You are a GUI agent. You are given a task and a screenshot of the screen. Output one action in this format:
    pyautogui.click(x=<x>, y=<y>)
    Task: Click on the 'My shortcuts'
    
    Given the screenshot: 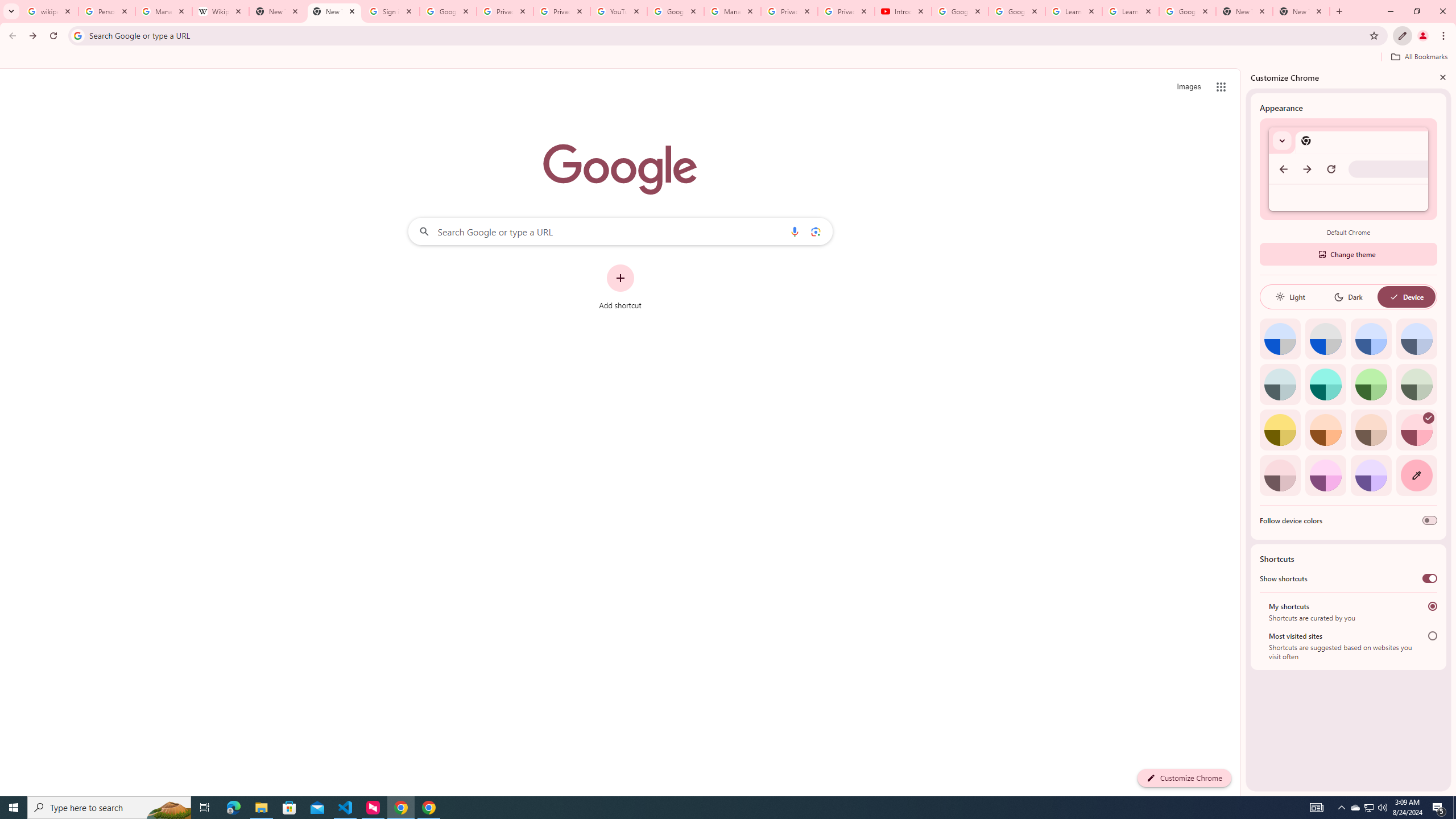 What is the action you would take?
    pyautogui.click(x=1433, y=606)
    